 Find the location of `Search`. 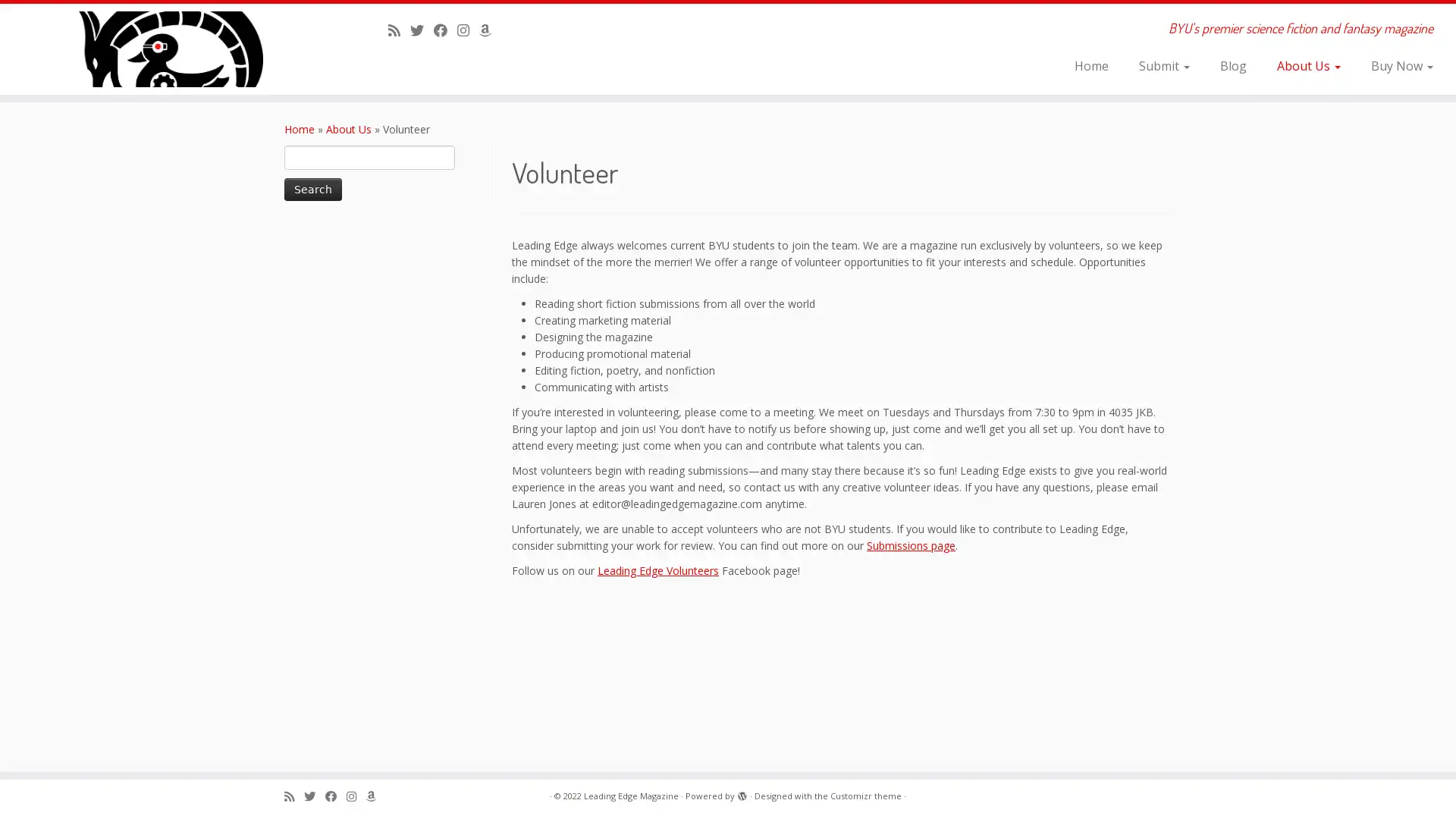

Search is located at coordinates (312, 189).